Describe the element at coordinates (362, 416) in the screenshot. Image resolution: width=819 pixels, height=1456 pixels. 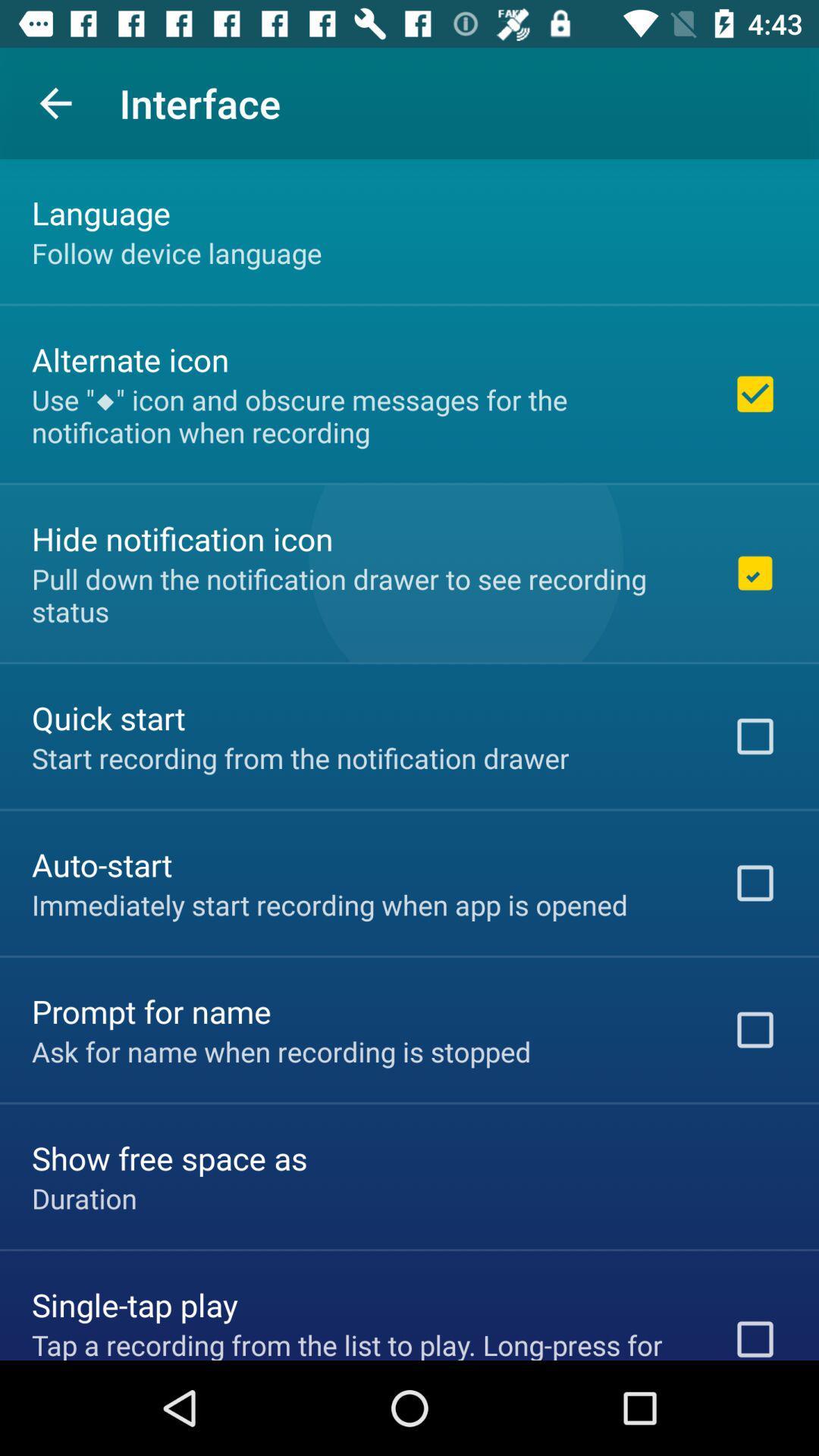
I see `the use icon and icon` at that location.